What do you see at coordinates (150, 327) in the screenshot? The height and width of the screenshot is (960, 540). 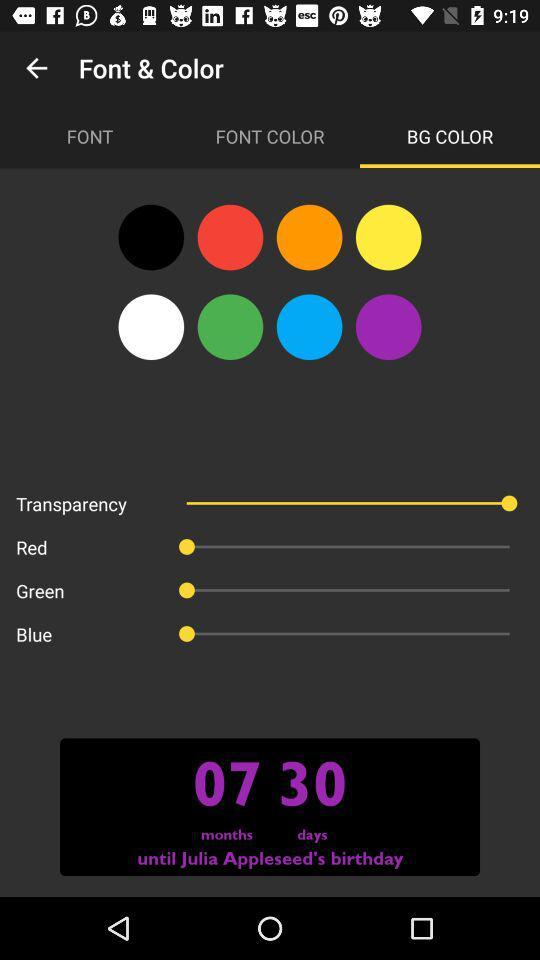 I see `the avatar icon` at bounding box center [150, 327].